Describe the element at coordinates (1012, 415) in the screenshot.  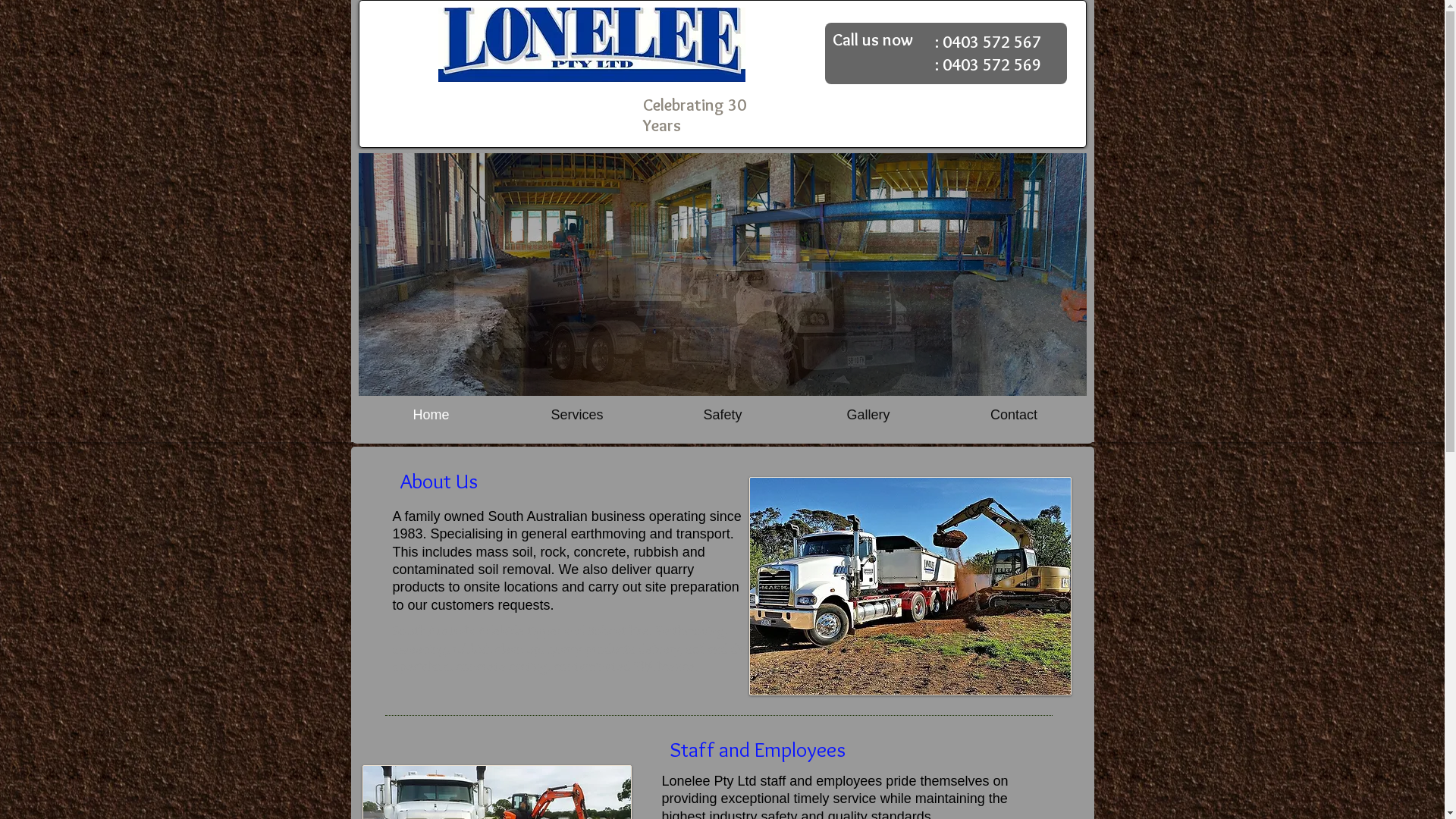
I see `'Contact'` at that location.